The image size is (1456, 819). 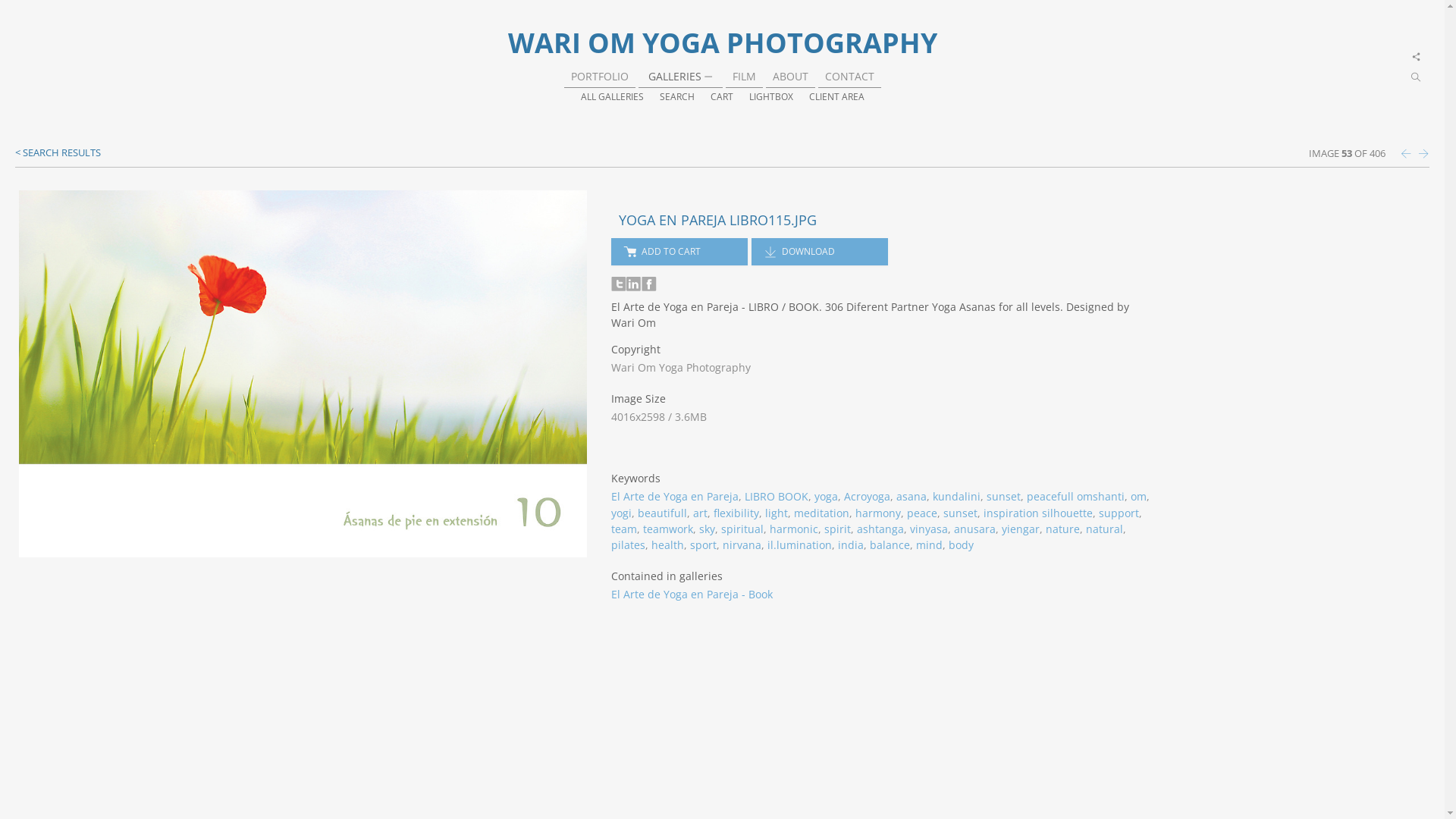 I want to click on 'il.lumination', so click(x=799, y=544).